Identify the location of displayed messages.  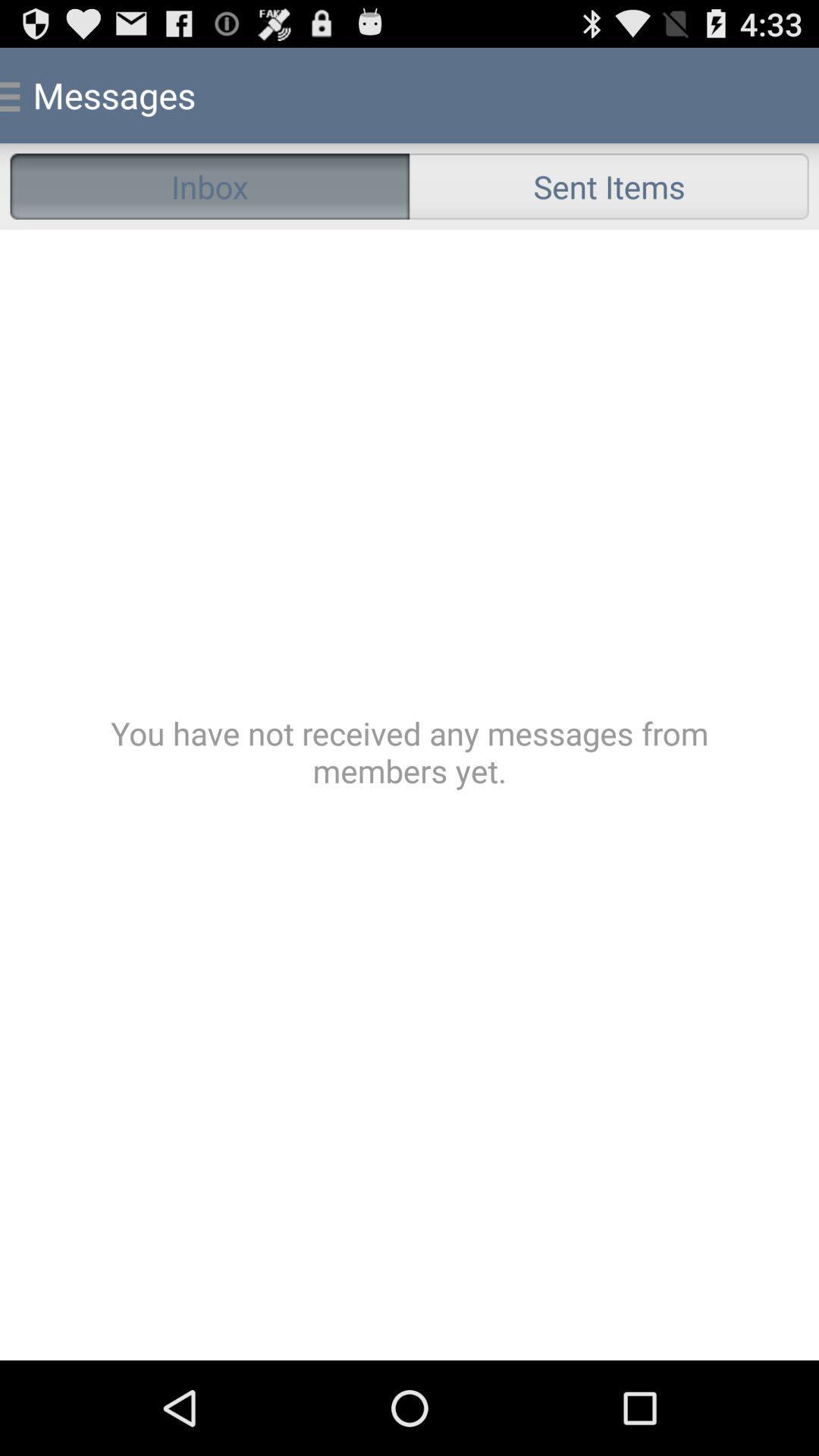
(409, 794).